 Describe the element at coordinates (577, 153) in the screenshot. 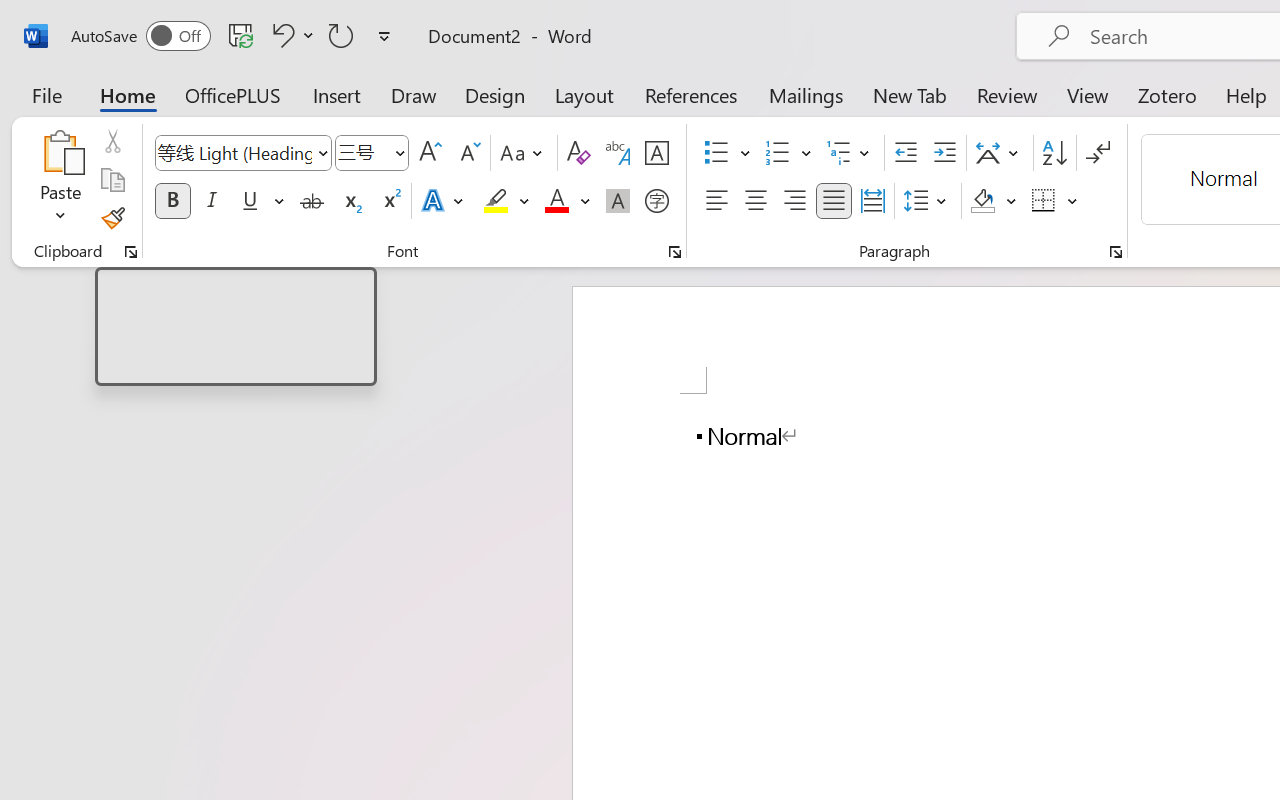

I see `'Clear Formatting'` at that location.